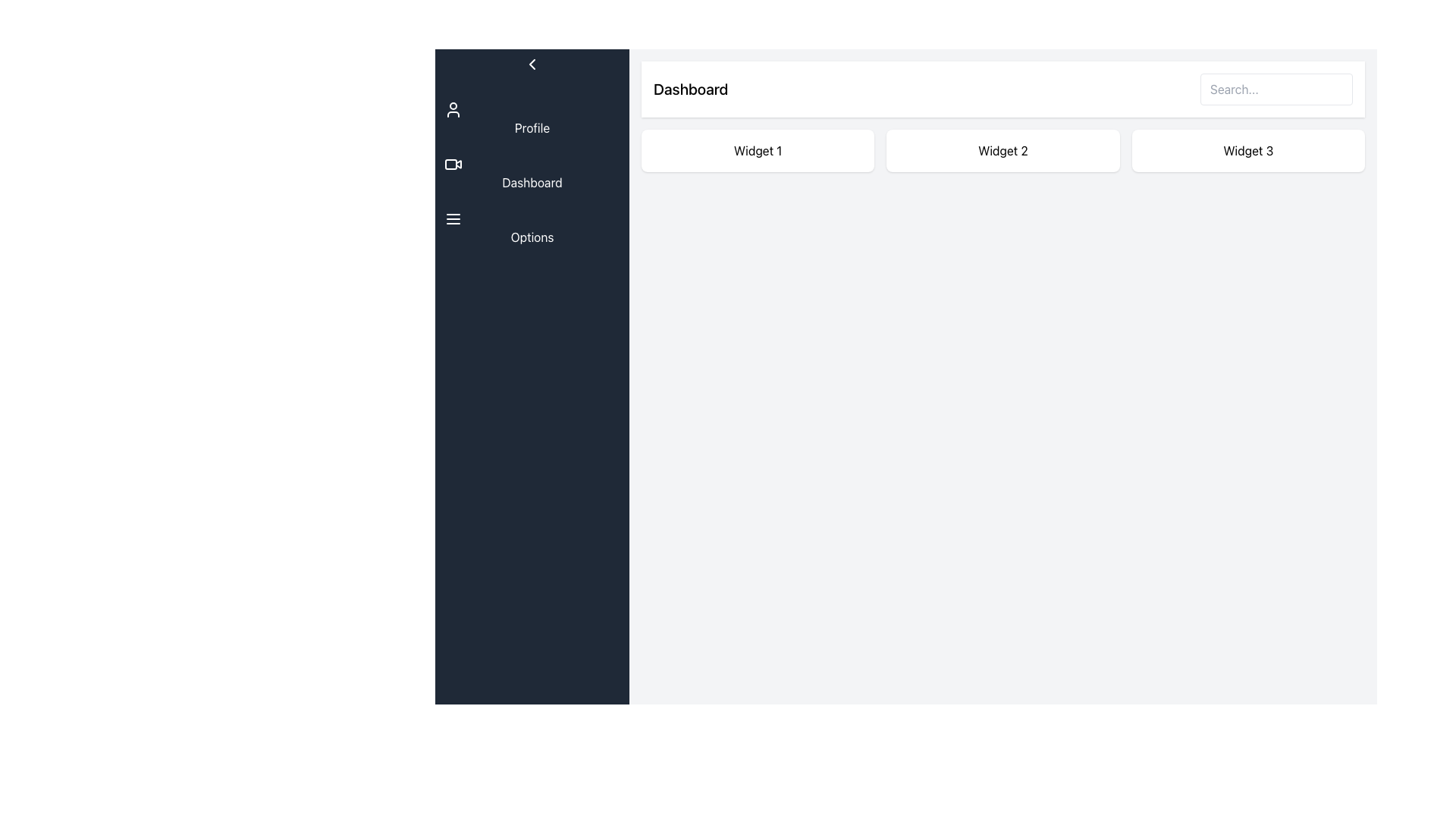 The width and height of the screenshot is (1456, 819). Describe the element at coordinates (450, 164) in the screenshot. I see `the rectangular body portion of the video camera icon located in the sidebar navigation, which is situated below the profile icon and above the menu button` at that location.